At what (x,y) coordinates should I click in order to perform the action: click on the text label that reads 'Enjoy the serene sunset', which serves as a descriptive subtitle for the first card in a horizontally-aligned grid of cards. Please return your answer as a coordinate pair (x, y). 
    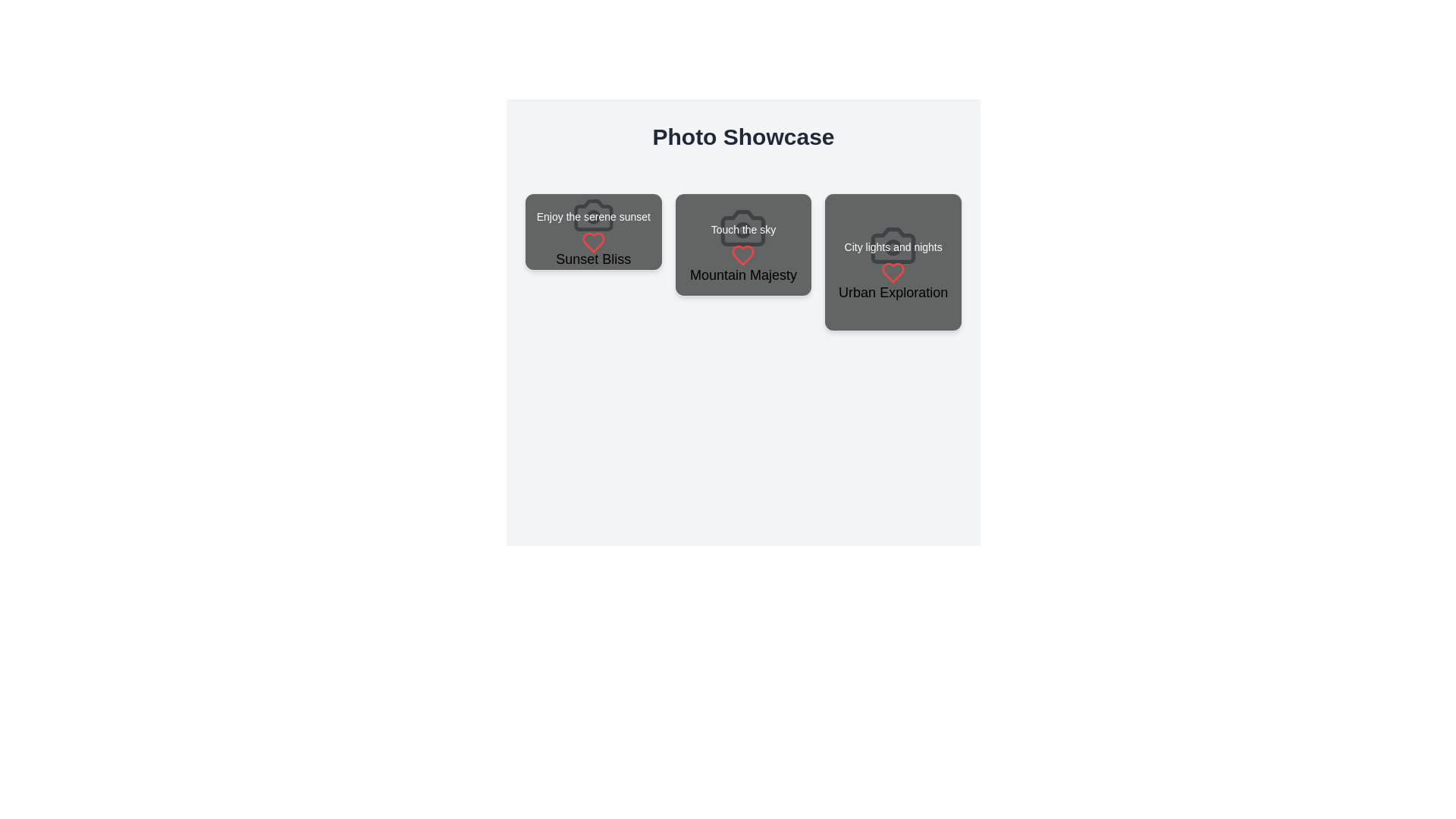
    Looking at the image, I should click on (592, 217).